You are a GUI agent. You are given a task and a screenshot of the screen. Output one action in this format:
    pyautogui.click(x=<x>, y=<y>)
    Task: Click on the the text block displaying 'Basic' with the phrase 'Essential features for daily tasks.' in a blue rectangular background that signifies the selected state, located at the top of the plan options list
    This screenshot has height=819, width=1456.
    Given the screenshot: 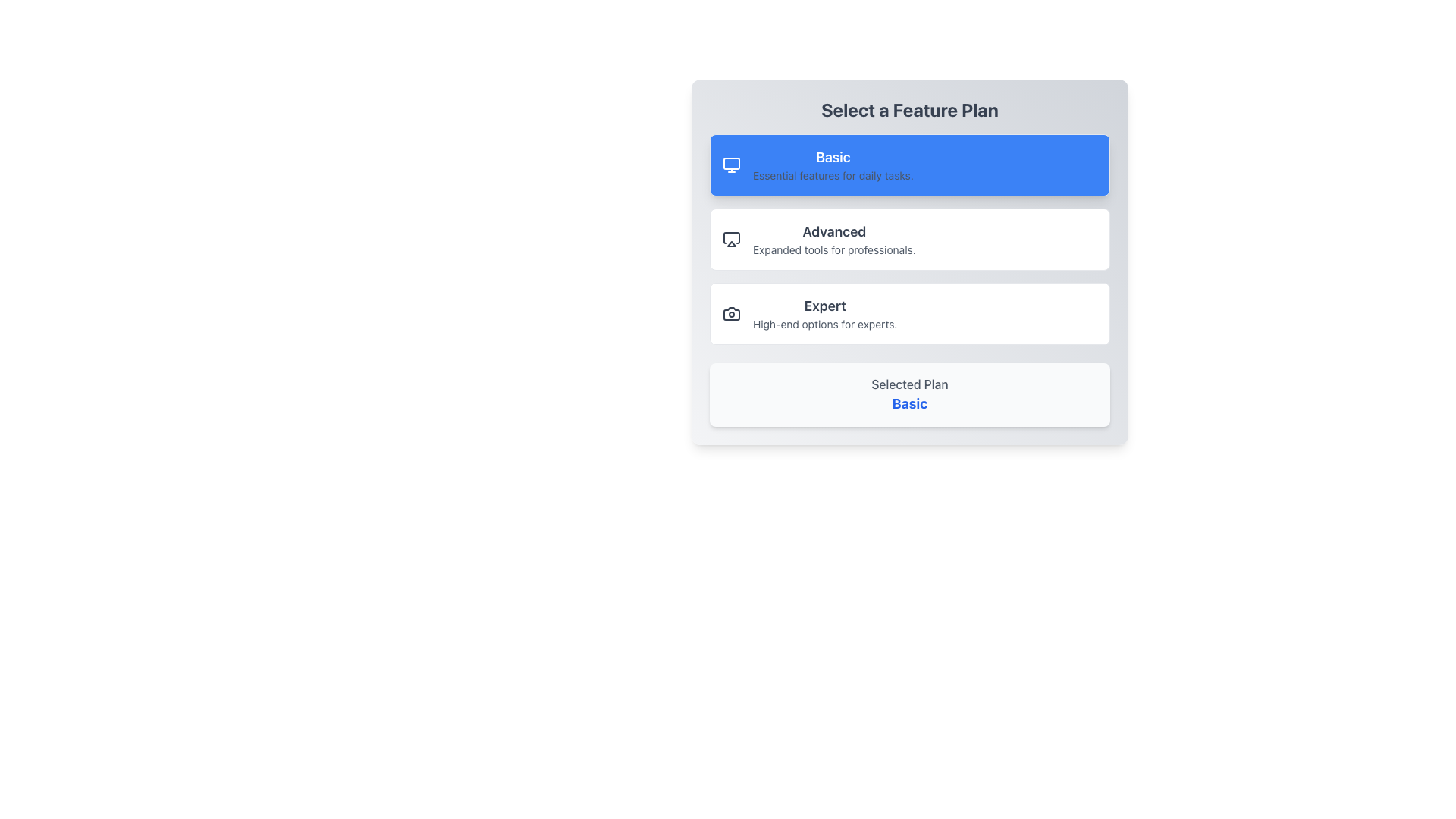 What is the action you would take?
    pyautogui.click(x=832, y=165)
    